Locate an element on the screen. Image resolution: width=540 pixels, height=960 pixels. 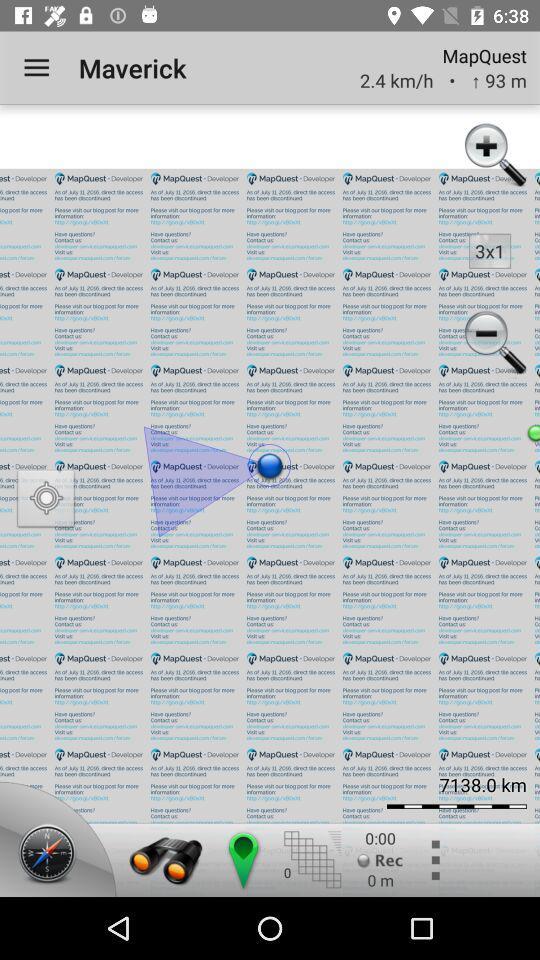
start recording current driving route is located at coordinates (380, 859).